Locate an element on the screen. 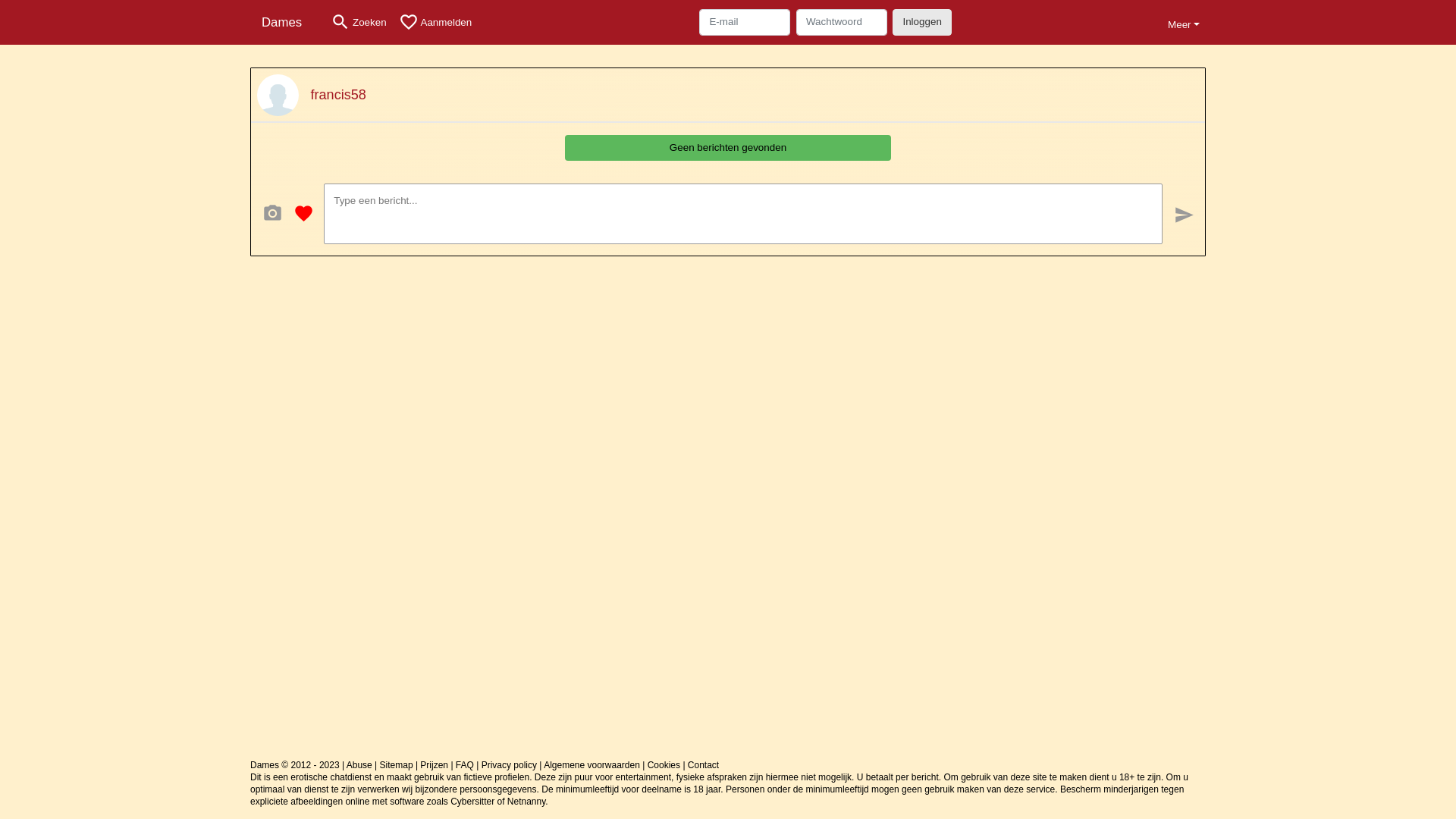 The width and height of the screenshot is (1456, 819). 'Meer' is located at coordinates (1160, 22).